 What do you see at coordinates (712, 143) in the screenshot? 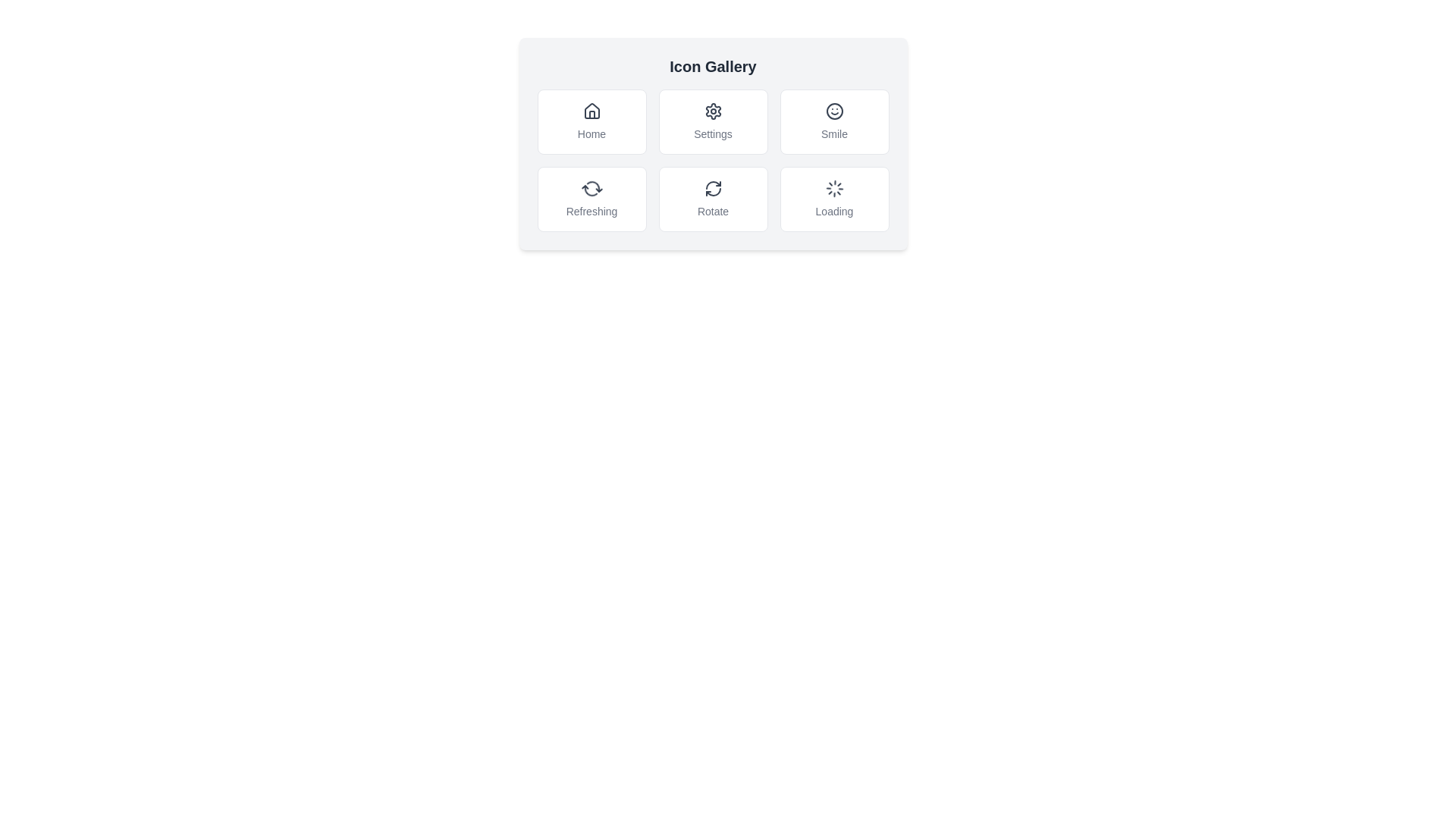
I see `the 'Settings' button located in the middle of the first row in a 3x2 grid within the 'Icon Gallery' card` at bounding box center [712, 143].